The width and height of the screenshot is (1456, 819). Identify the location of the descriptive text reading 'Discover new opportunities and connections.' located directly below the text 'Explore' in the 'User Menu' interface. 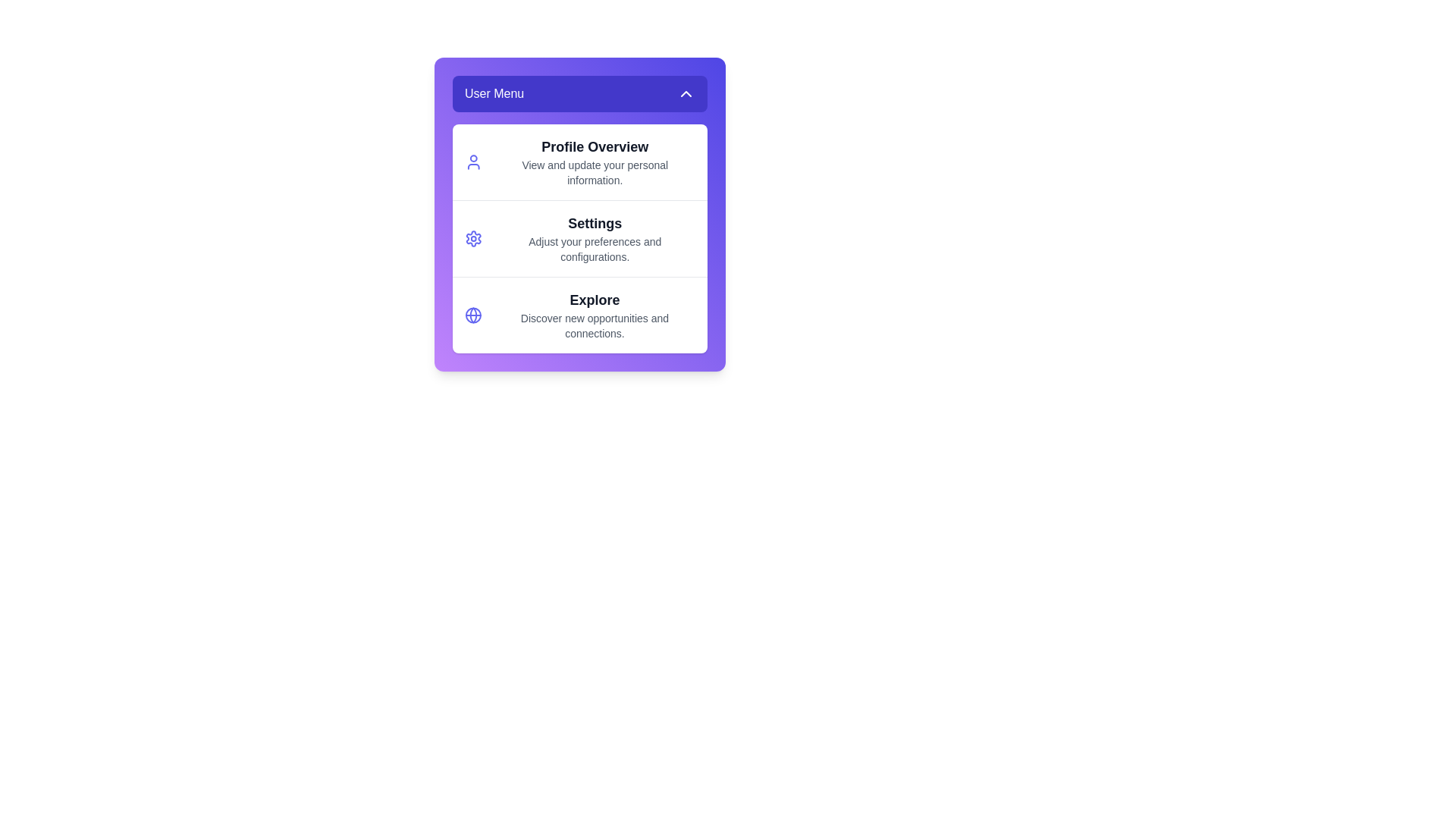
(594, 325).